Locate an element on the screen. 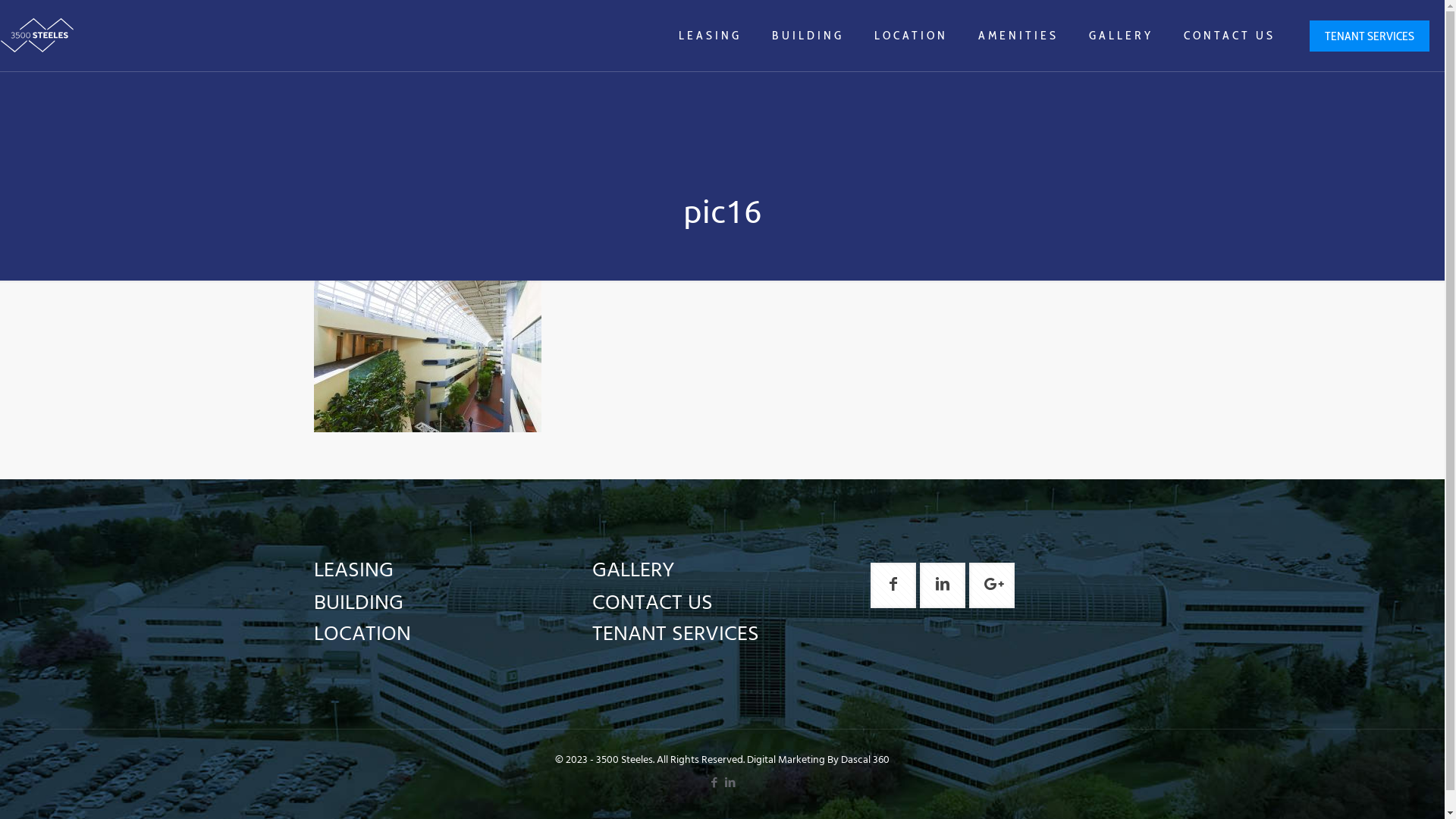 The width and height of the screenshot is (1456, 819). 'BUILDING' is located at coordinates (807, 34).